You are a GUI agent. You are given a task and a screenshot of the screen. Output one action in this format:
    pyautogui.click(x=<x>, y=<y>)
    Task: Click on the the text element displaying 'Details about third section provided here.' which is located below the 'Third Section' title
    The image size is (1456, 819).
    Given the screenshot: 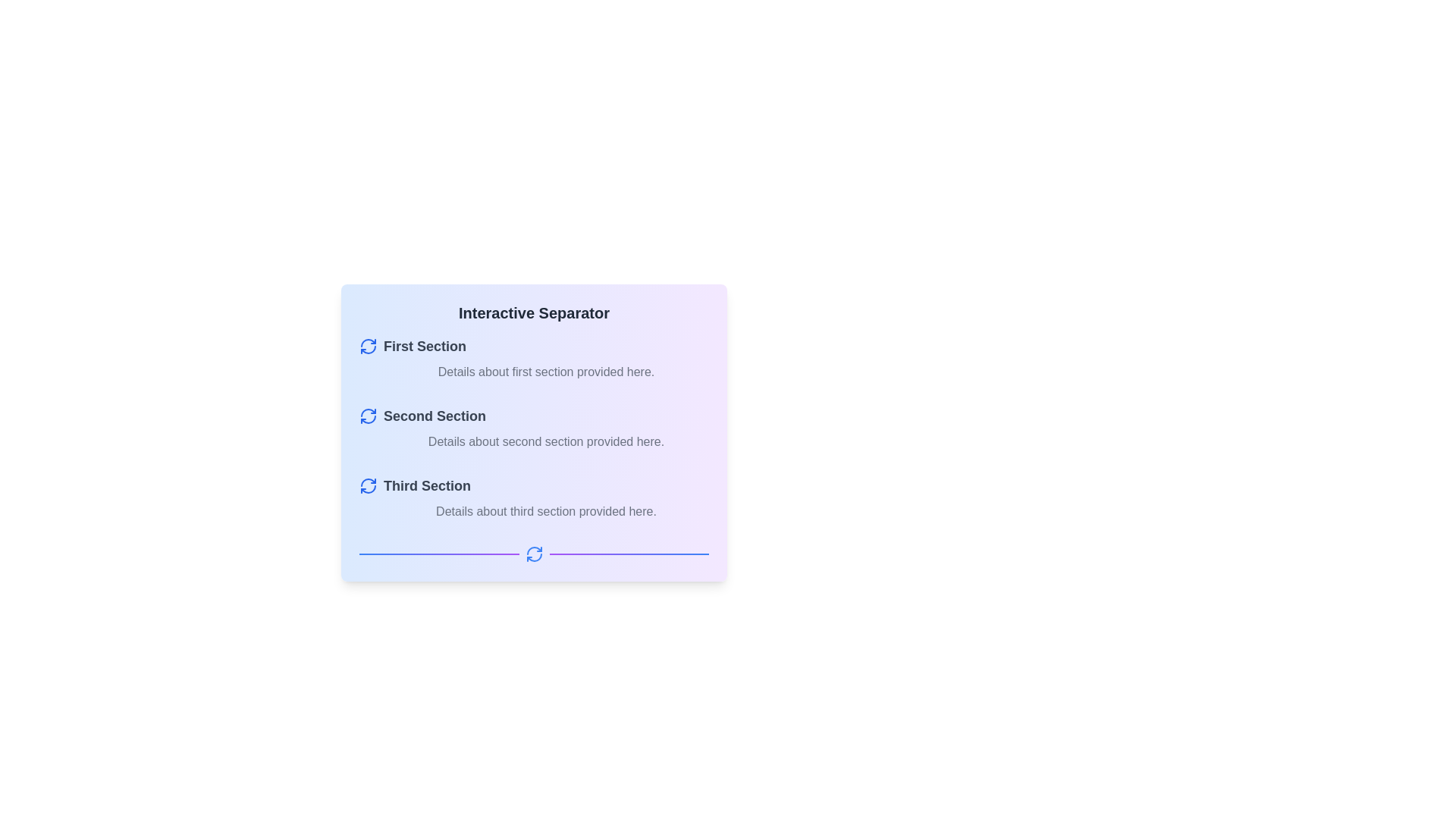 What is the action you would take?
    pyautogui.click(x=534, y=512)
    